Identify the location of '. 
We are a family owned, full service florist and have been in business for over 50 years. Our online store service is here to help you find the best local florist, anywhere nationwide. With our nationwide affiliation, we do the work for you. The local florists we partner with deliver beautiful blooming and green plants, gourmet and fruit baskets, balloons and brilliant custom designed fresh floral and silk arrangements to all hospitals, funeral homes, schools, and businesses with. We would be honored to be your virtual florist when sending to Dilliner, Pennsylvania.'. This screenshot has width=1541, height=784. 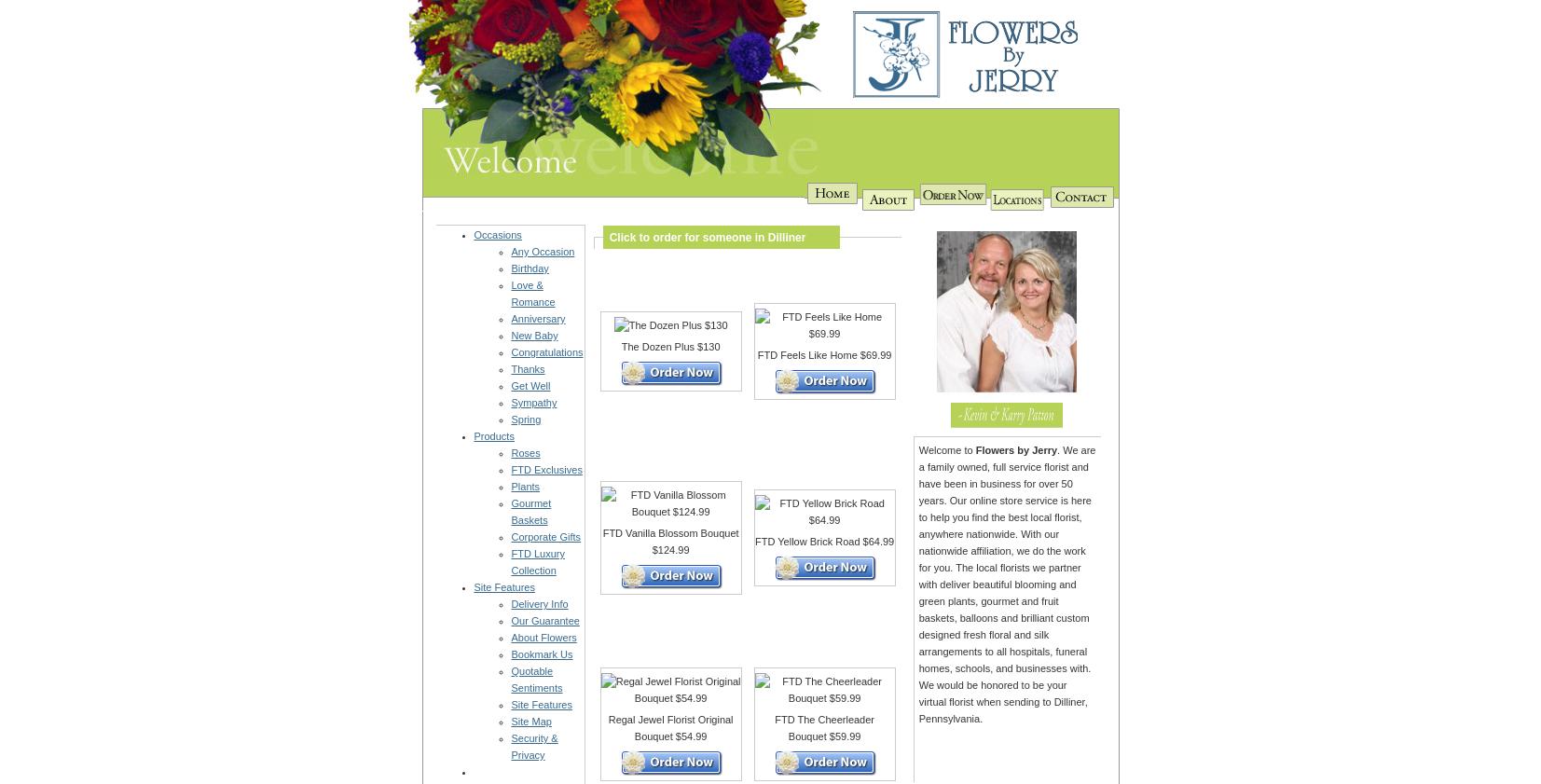
(1007, 584).